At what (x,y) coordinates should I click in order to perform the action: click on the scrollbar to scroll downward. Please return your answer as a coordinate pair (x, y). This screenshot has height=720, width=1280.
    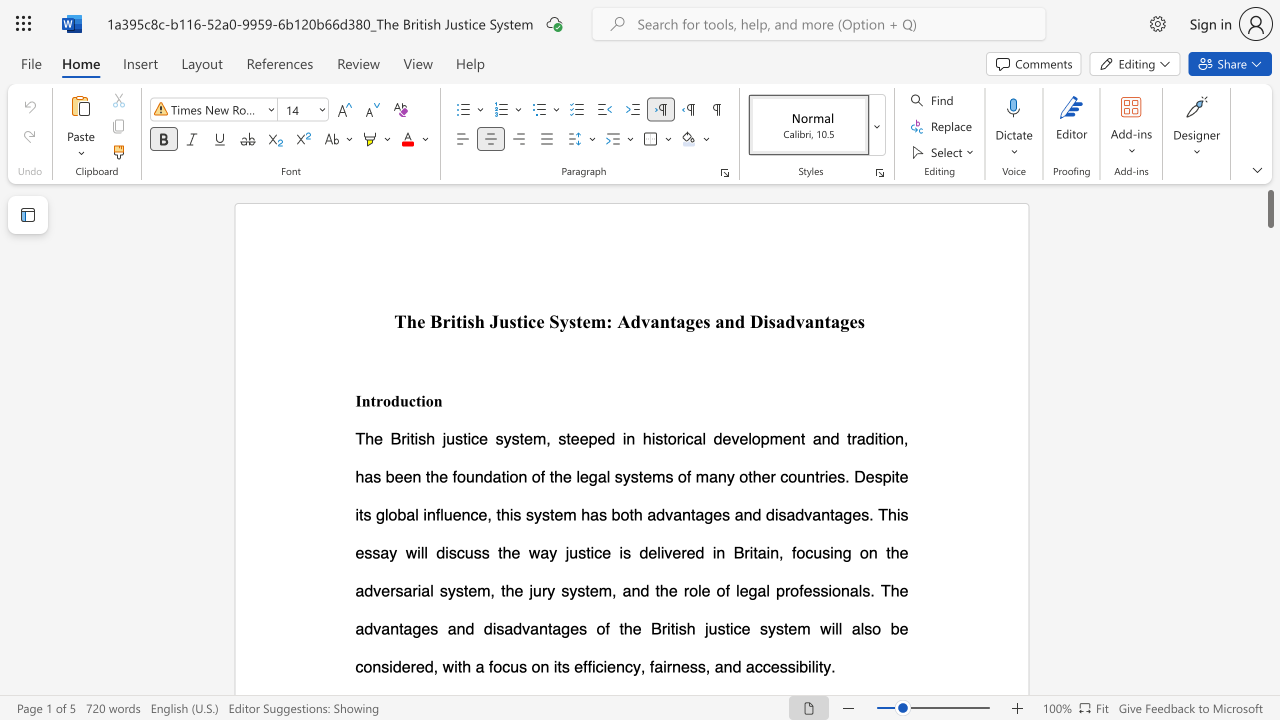
    Looking at the image, I should click on (1269, 580).